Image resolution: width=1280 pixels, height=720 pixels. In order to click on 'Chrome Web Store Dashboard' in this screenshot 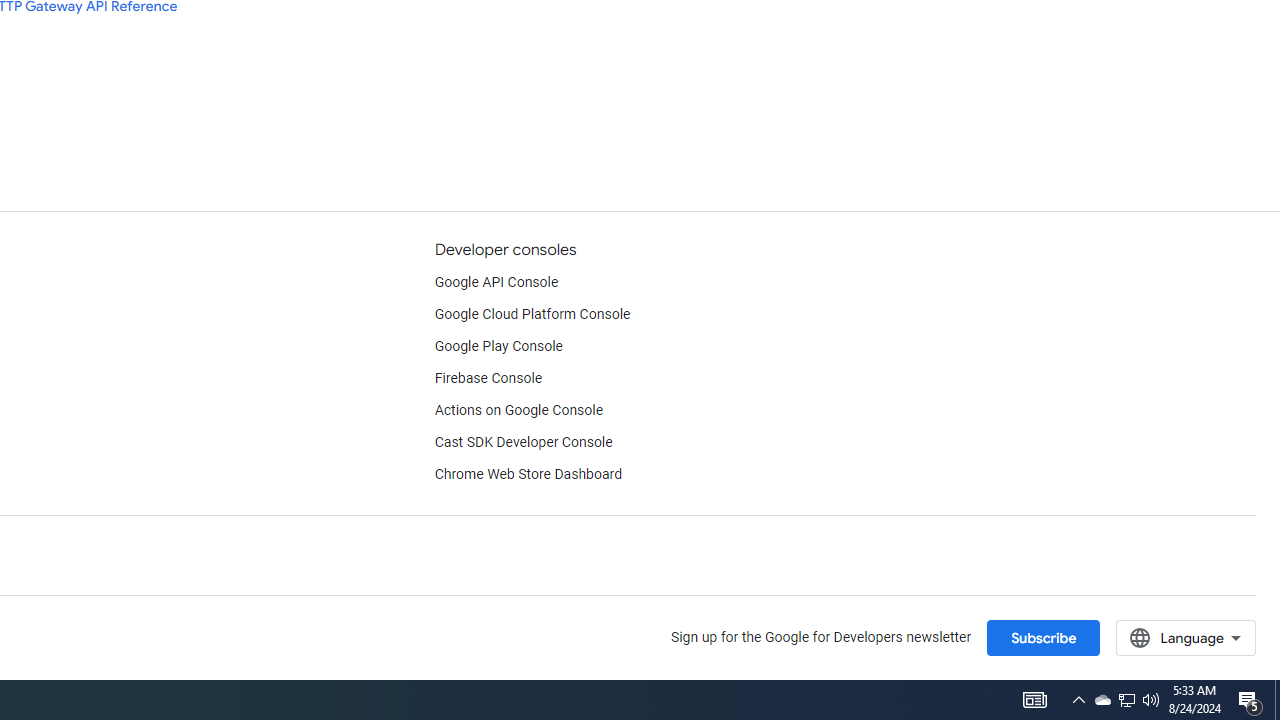, I will do `click(528, 475)`.